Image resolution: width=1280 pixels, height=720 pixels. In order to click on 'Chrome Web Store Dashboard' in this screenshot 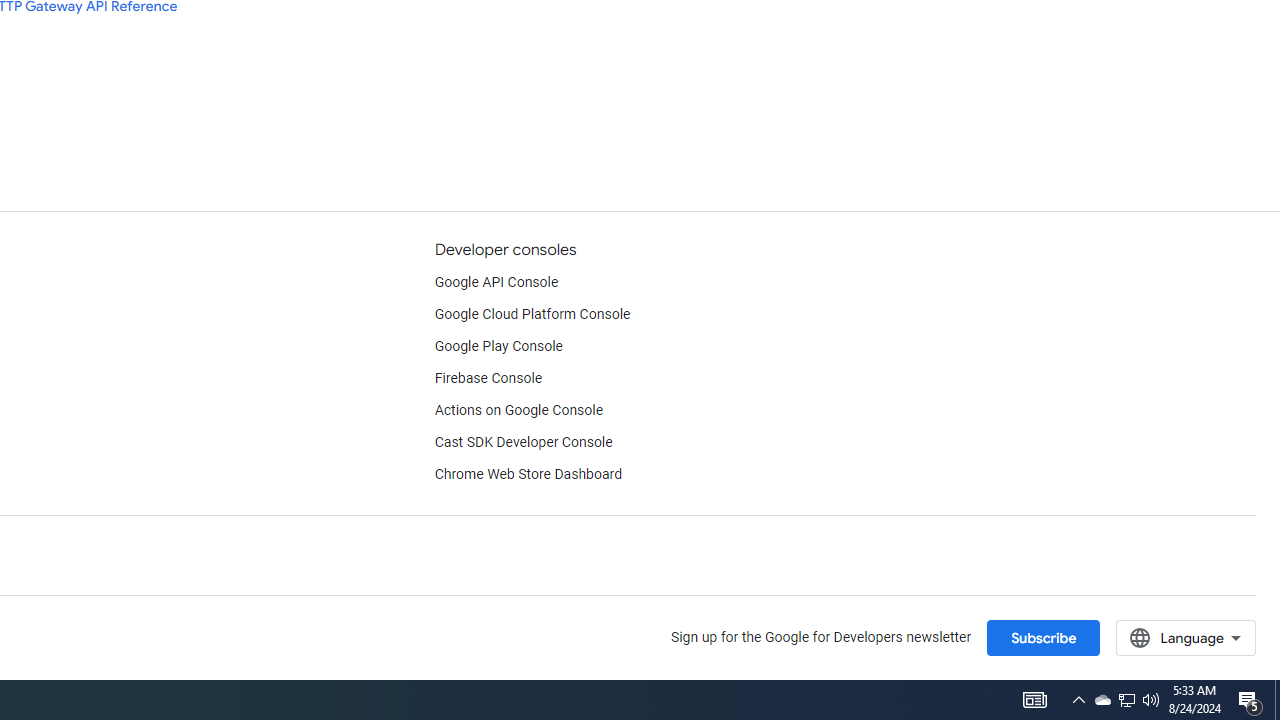, I will do `click(528, 475)`.